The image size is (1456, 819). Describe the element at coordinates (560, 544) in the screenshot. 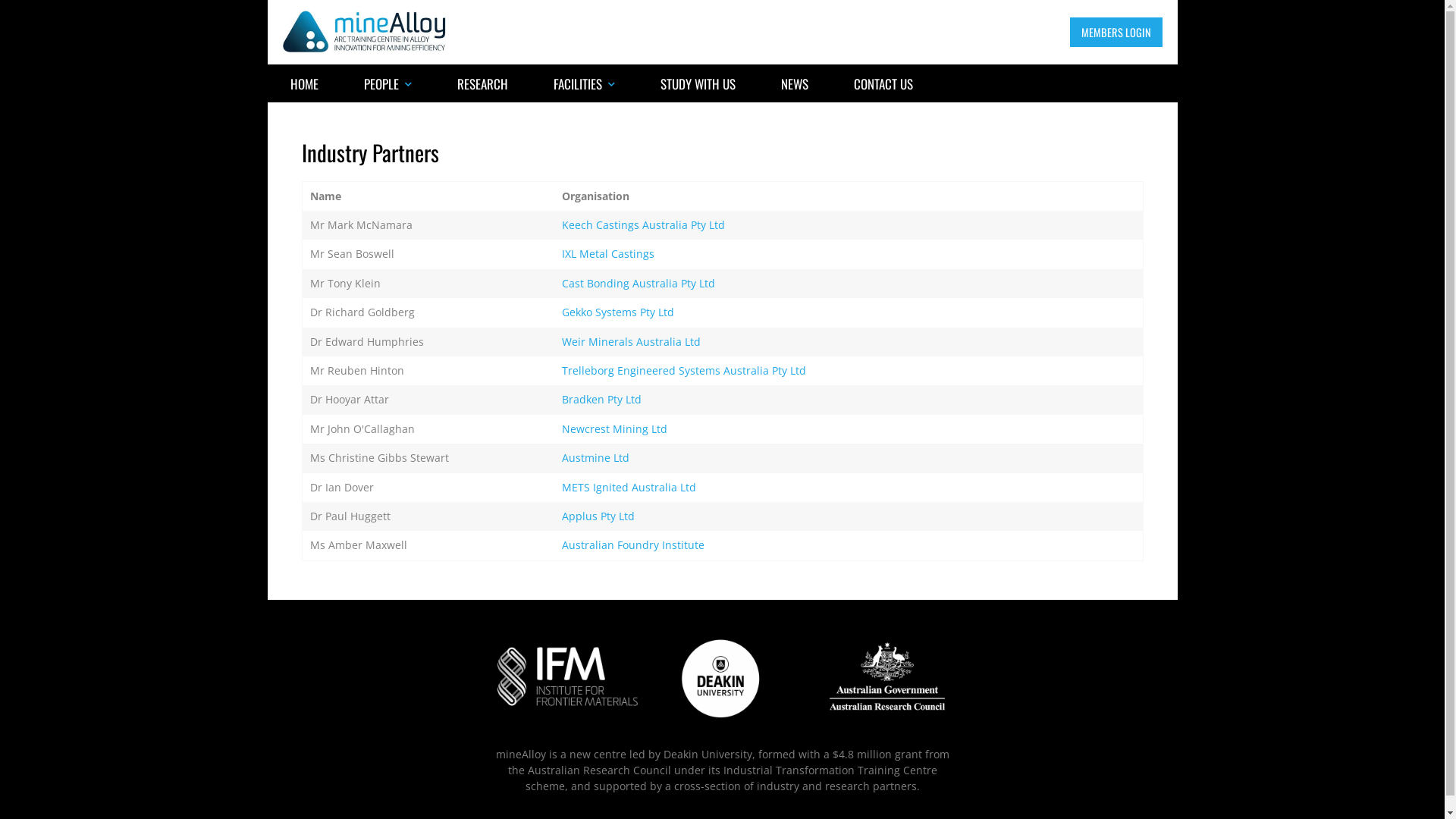

I see `'Australian Foundry Institute'` at that location.